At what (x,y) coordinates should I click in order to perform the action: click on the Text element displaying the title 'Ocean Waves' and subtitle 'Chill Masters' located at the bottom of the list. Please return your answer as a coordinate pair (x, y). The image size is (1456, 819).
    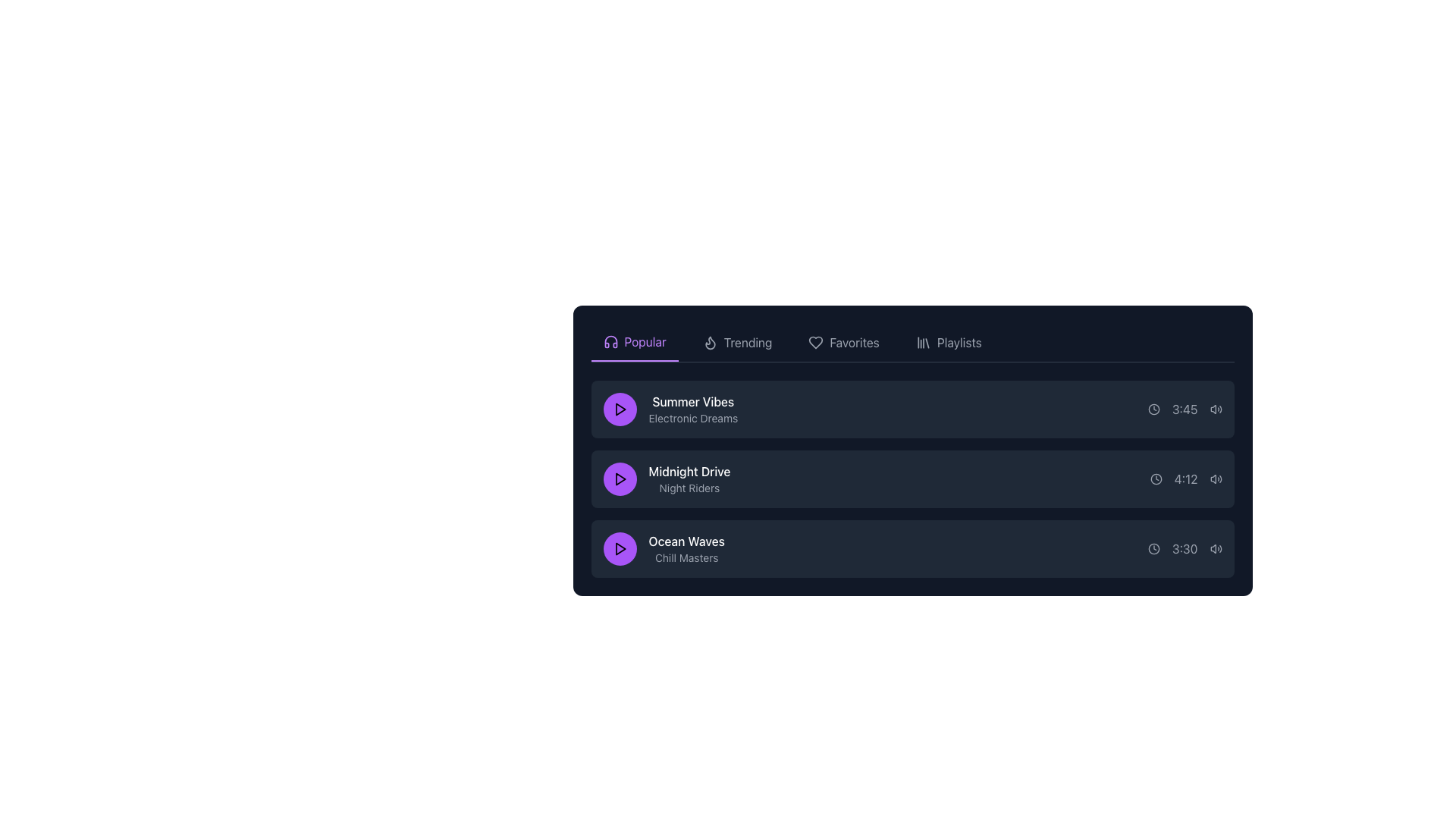
    Looking at the image, I should click on (686, 549).